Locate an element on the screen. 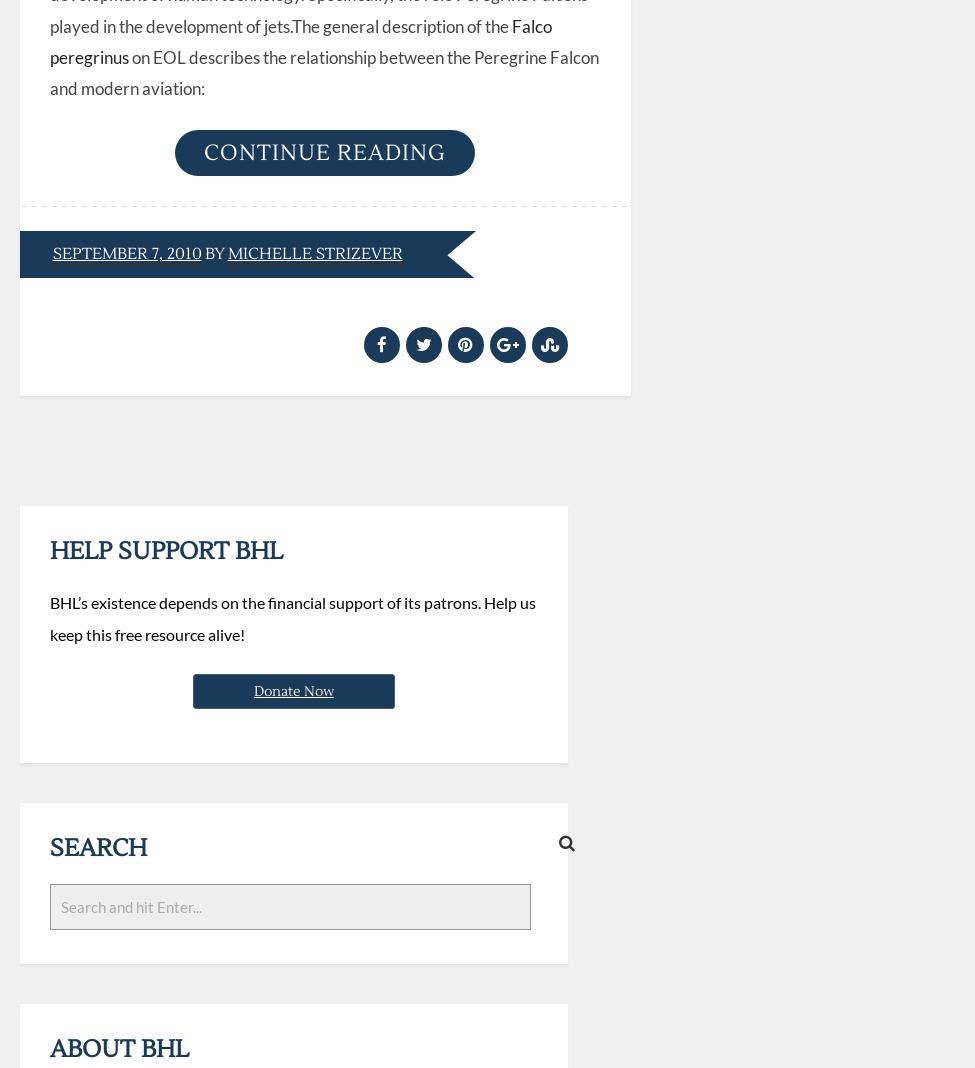  'Falco peregrinus' is located at coordinates (299, 40).